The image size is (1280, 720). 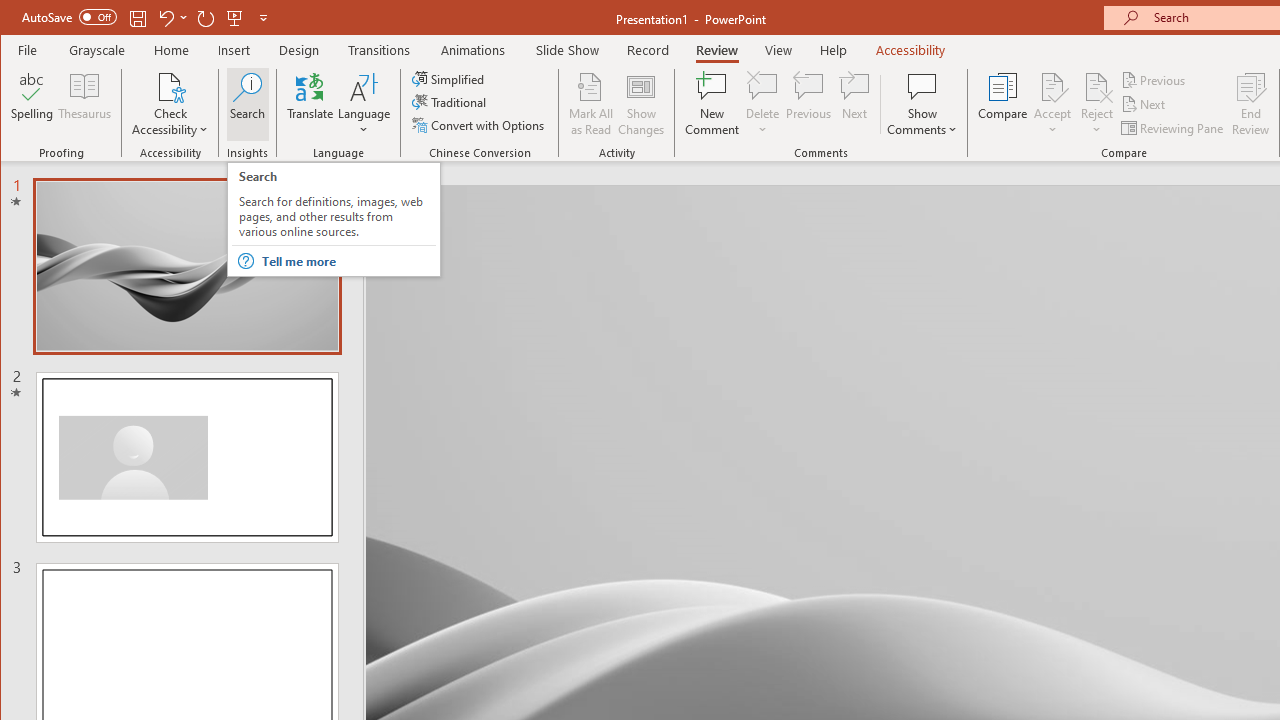 I want to click on 'Previous', so click(x=1154, y=79).